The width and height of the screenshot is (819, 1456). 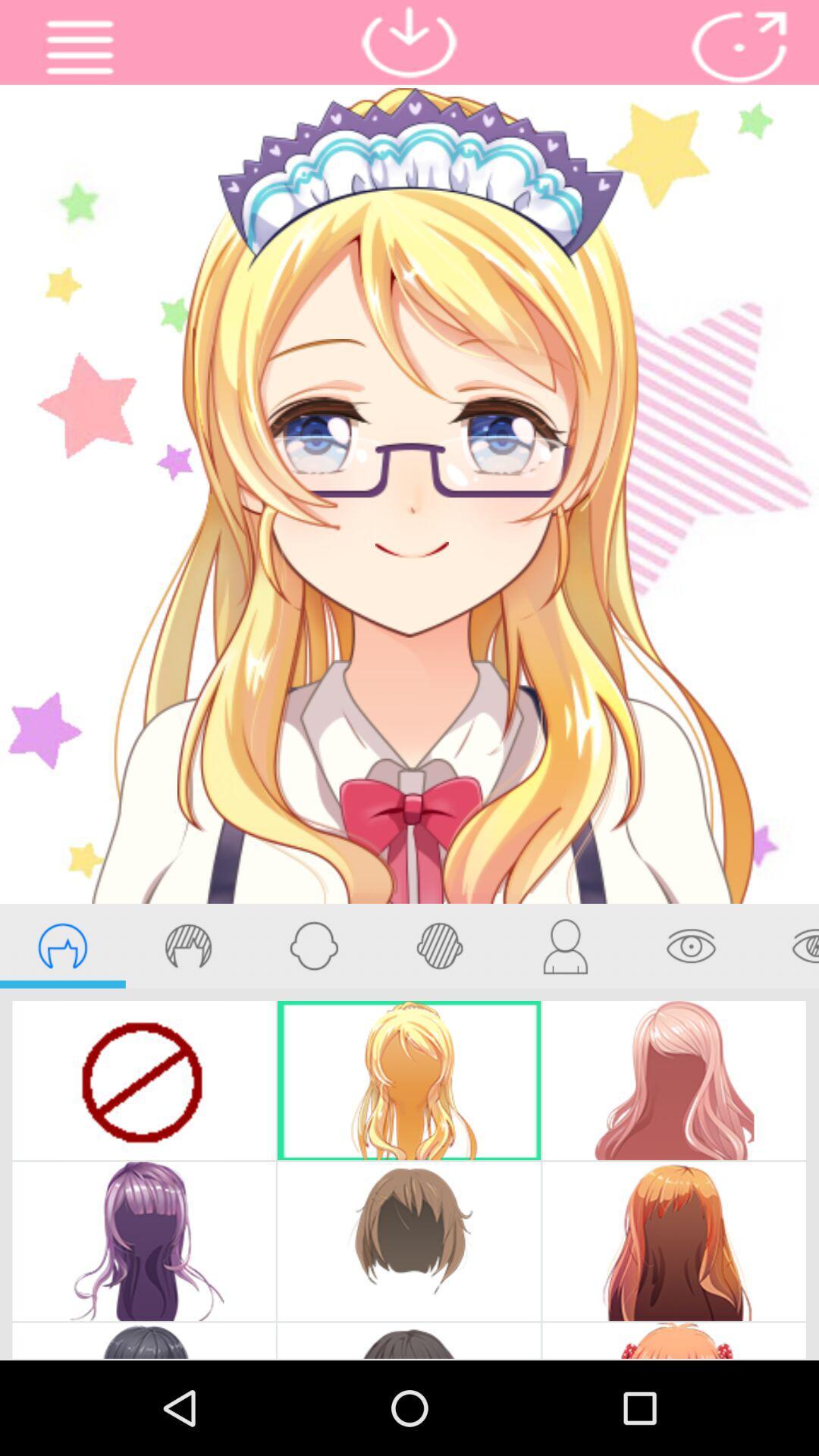 What do you see at coordinates (786, 945) in the screenshot?
I see `eye color` at bounding box center [786, 945].